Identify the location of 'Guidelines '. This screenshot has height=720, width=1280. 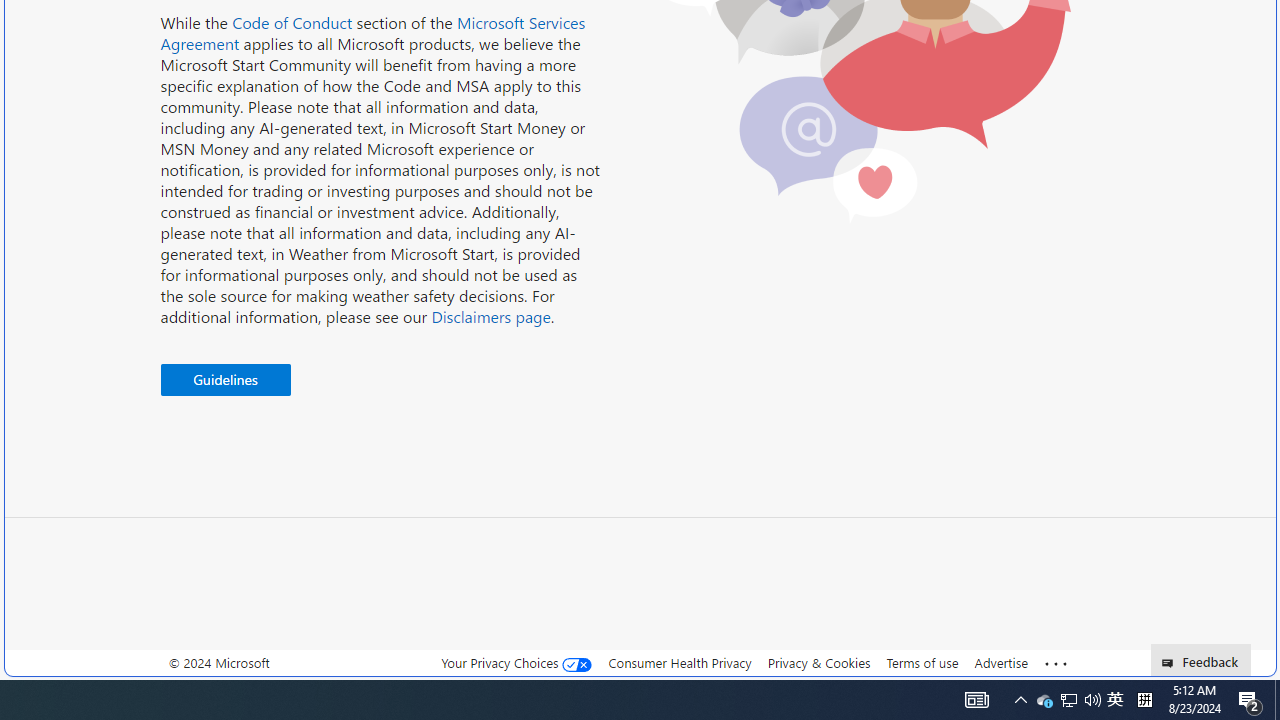
(225, 380).